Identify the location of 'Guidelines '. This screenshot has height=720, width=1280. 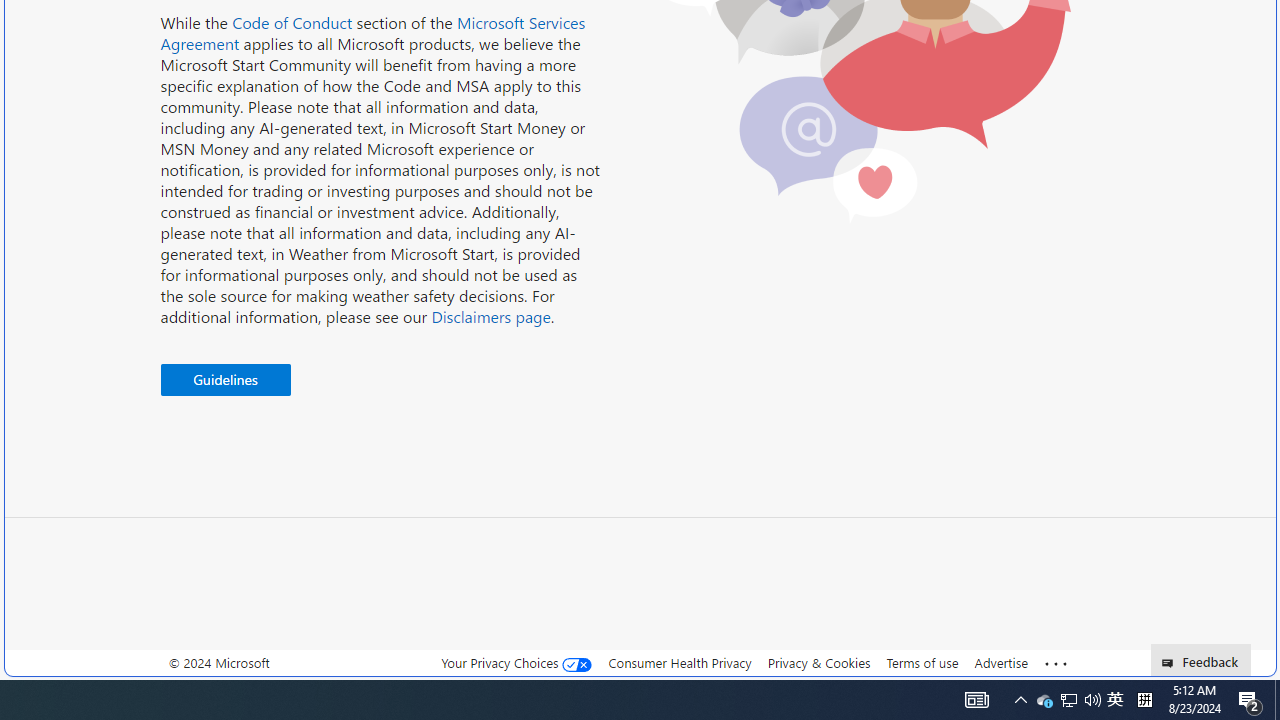
(225, 380).